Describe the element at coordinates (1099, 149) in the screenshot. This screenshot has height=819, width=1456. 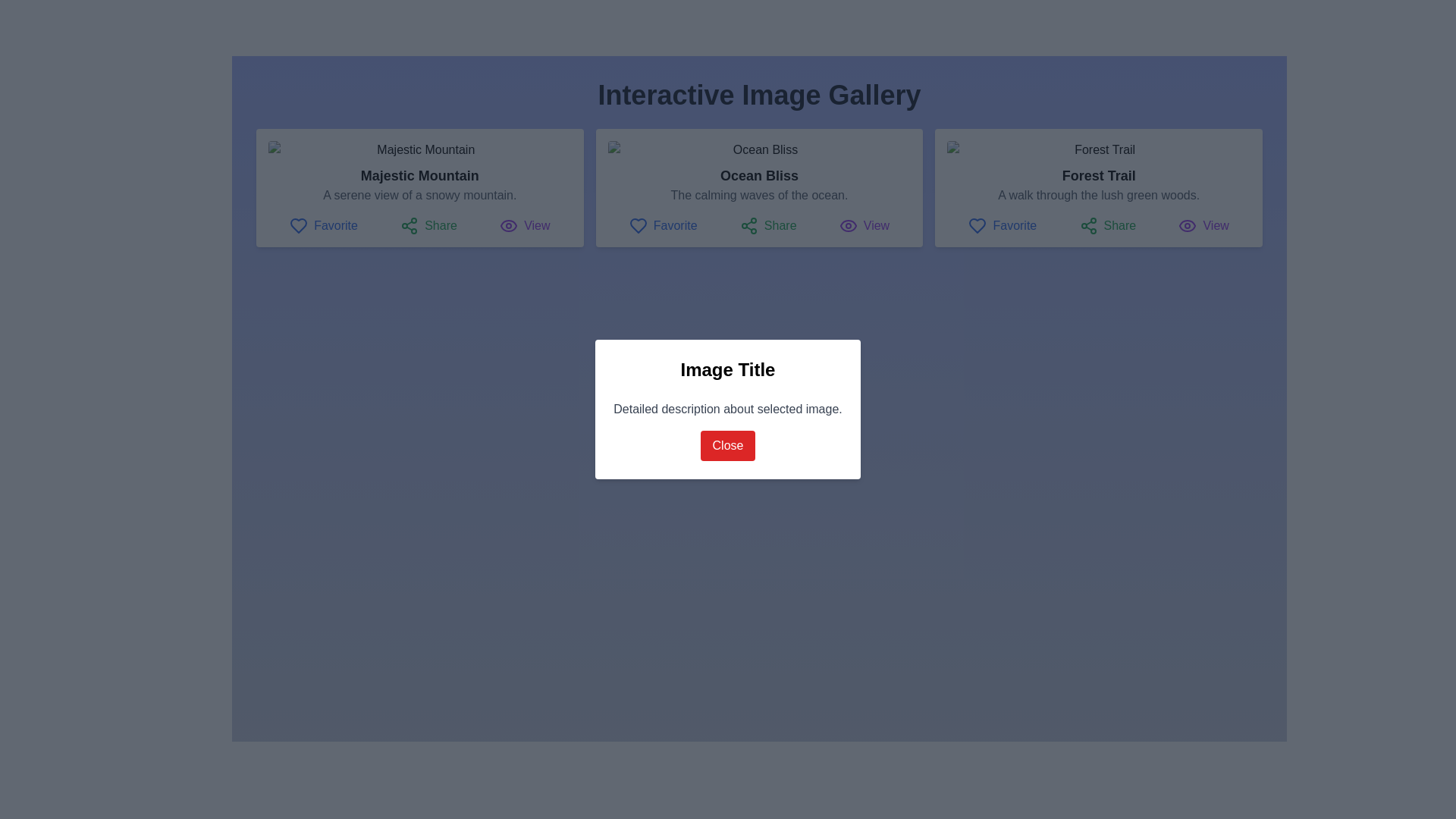
I see `the image representing 'Forest Trail' located in the upper section of the rightmost card, which enhances the card's aesthetic appeal and aids in content recognition` at that location.